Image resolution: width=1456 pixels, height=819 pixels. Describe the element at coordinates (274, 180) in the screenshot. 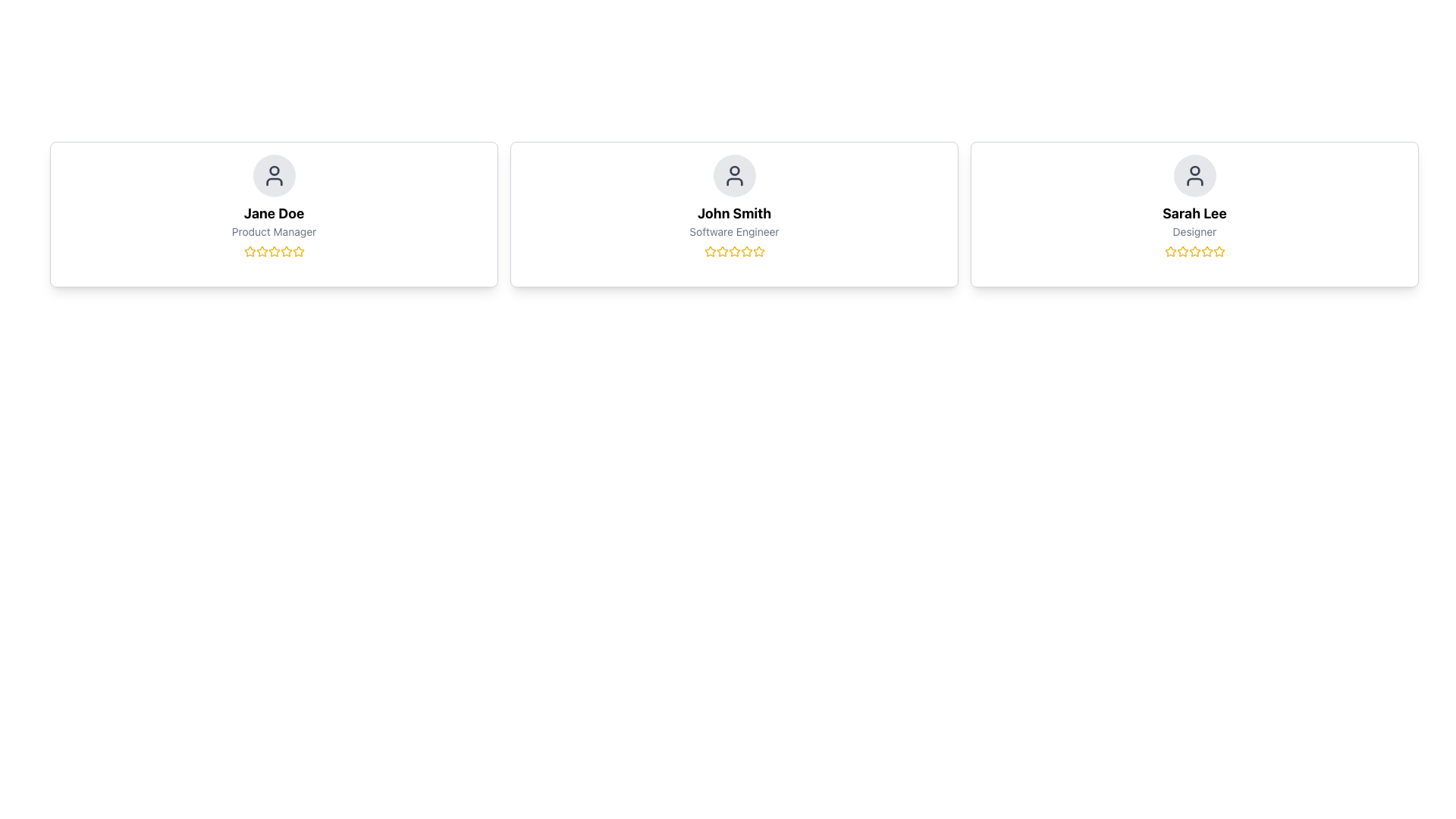

I see `the torso region of the user profile icon for Jane Doe, which is centrally positioned in the card interface` at that location.